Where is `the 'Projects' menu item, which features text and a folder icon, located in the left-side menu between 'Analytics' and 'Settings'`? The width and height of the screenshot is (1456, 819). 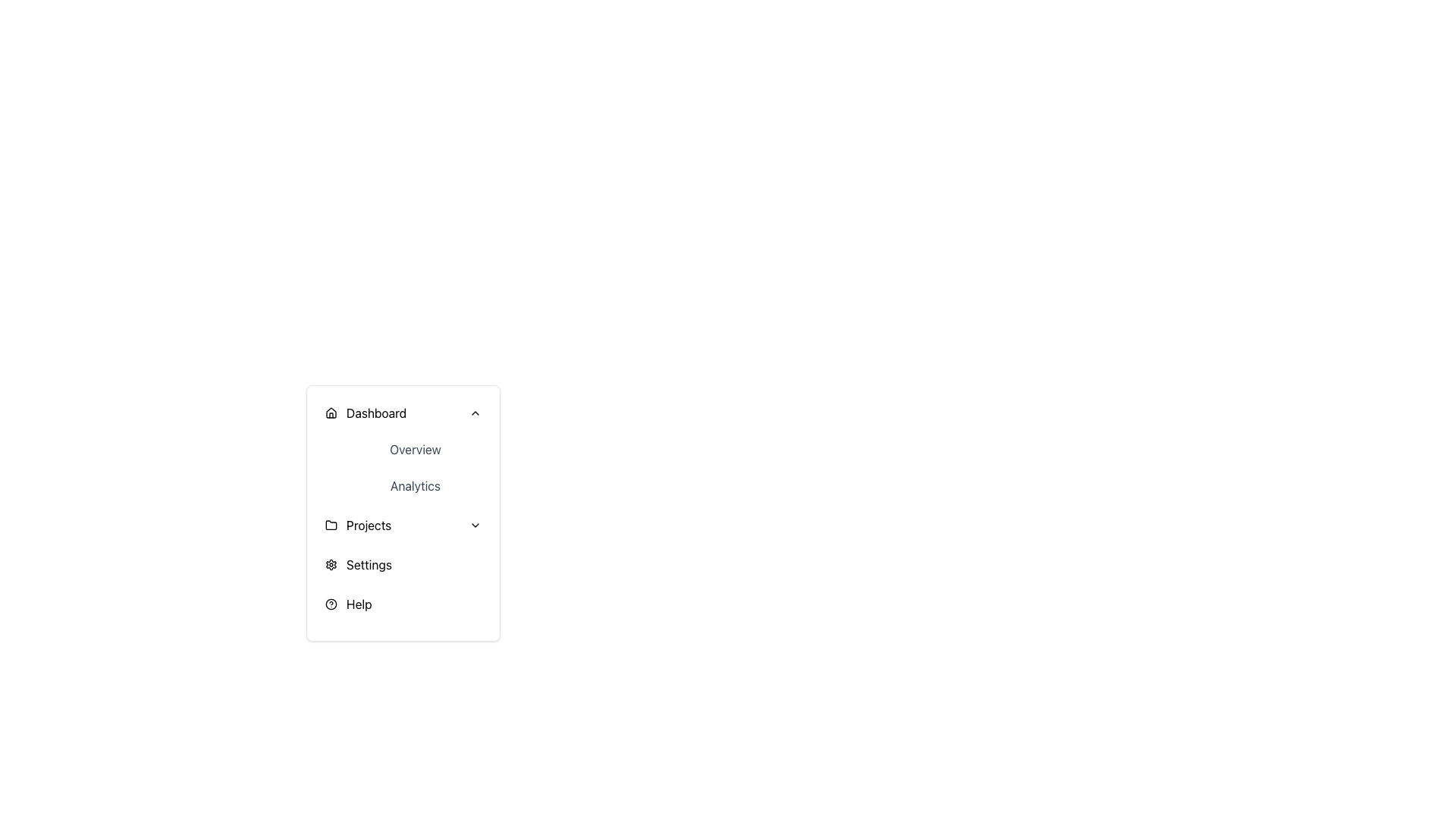 the 'Projects' menu item, which features text and a folder icon, located in the left-side menu between 'Analytics' and 'Settings' is located at coordinates (357, 525).